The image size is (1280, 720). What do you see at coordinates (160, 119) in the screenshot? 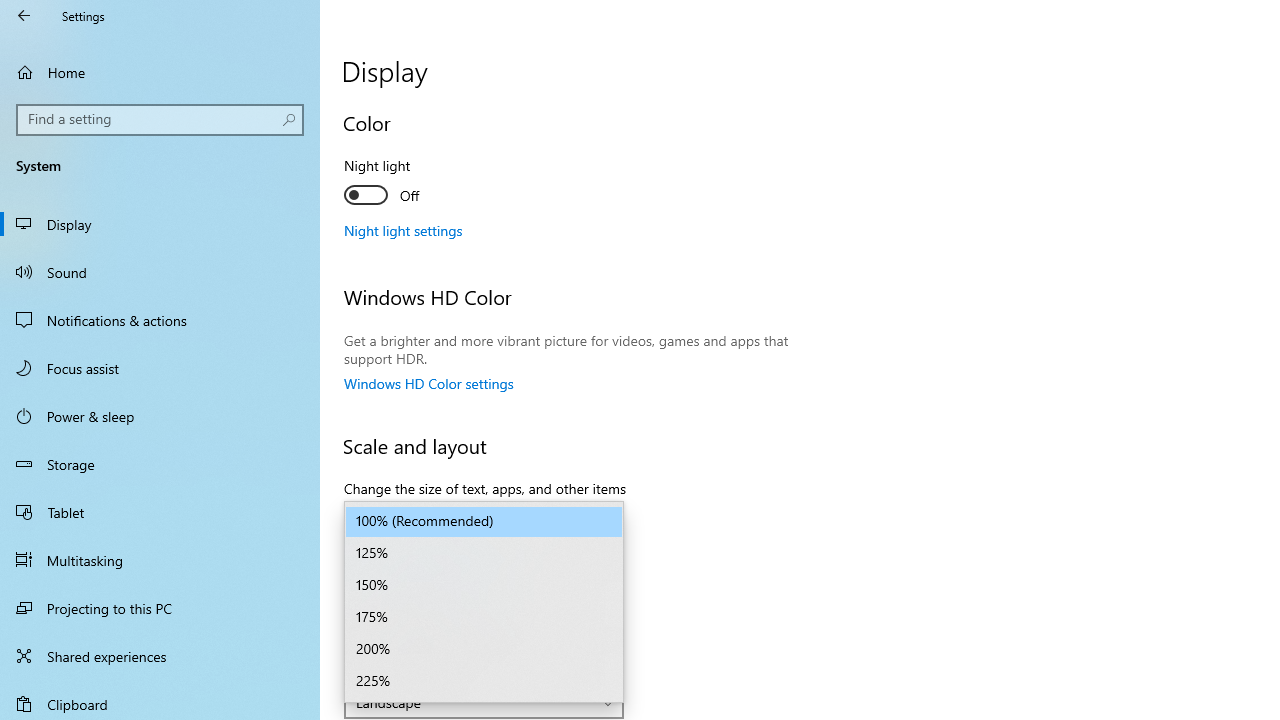
I see `'Search box, Find a setting'` at bounding box center [160, 119].